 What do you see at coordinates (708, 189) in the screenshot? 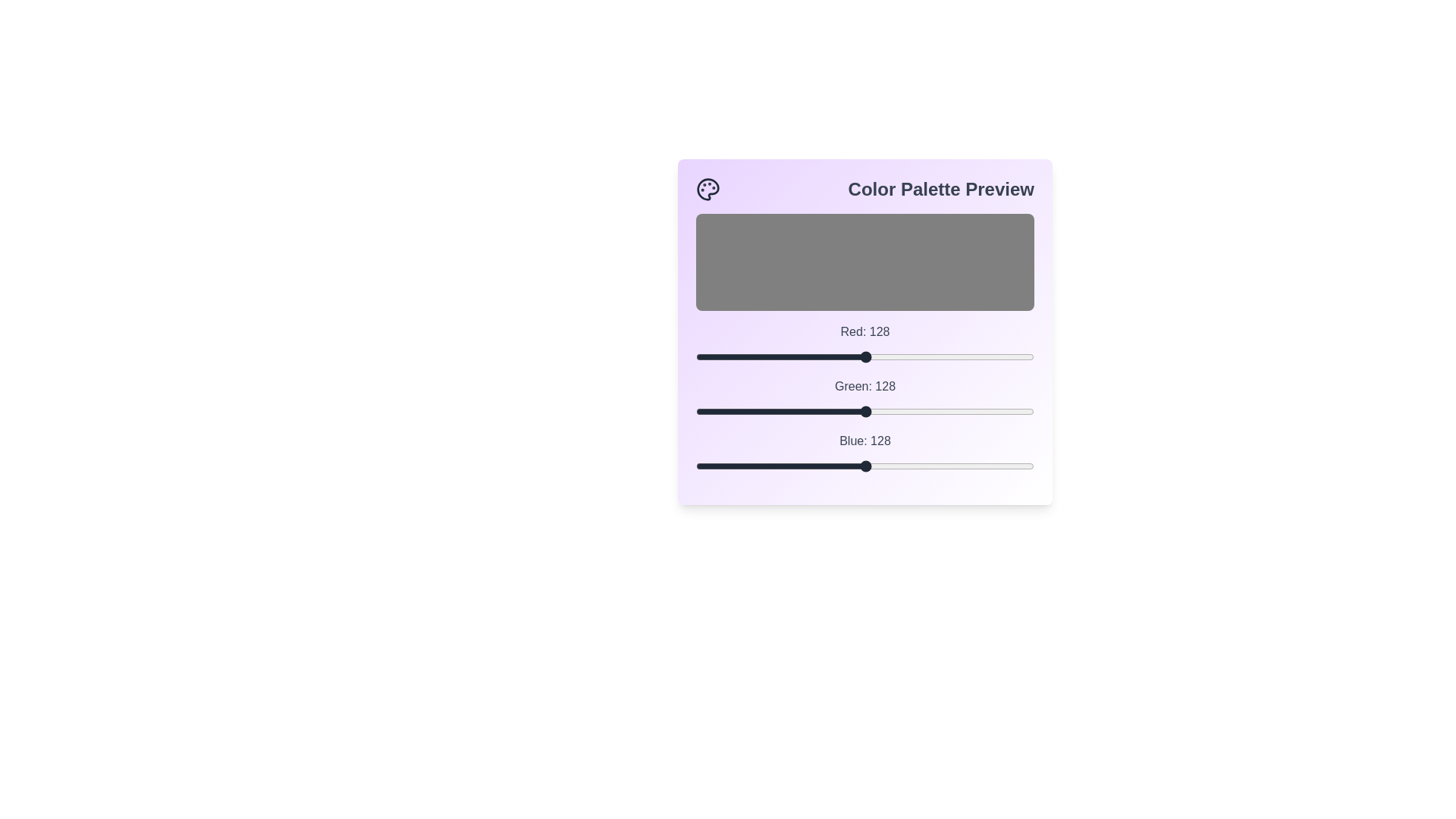
I see `the paint palette icon located in the 'Color Palette Preview' section, characterized by its circular form and dark gray tone` at bounding box center [708, 189].